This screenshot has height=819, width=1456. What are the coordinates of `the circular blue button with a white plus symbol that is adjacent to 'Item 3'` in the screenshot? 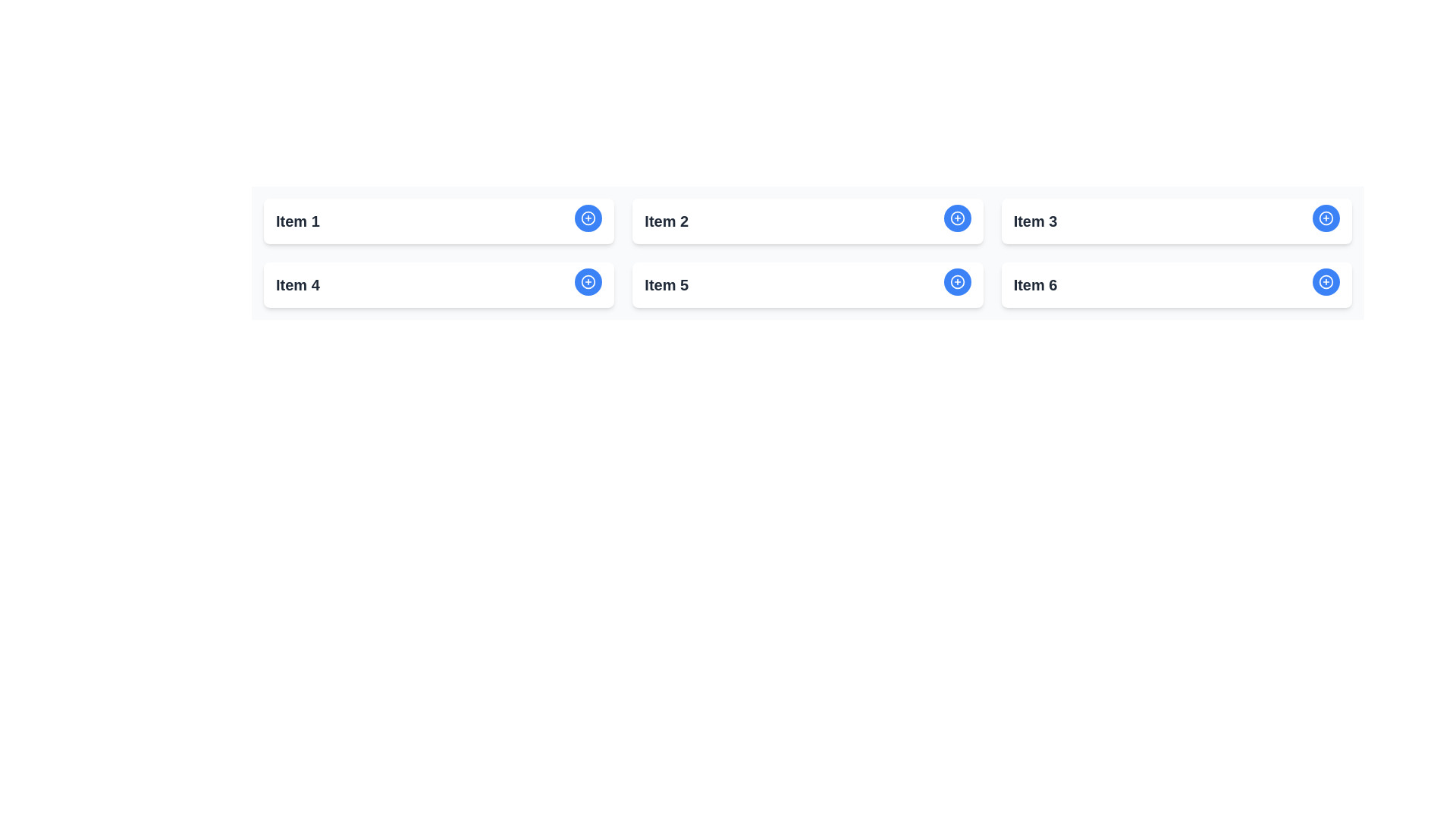 It's located at (956, 218).